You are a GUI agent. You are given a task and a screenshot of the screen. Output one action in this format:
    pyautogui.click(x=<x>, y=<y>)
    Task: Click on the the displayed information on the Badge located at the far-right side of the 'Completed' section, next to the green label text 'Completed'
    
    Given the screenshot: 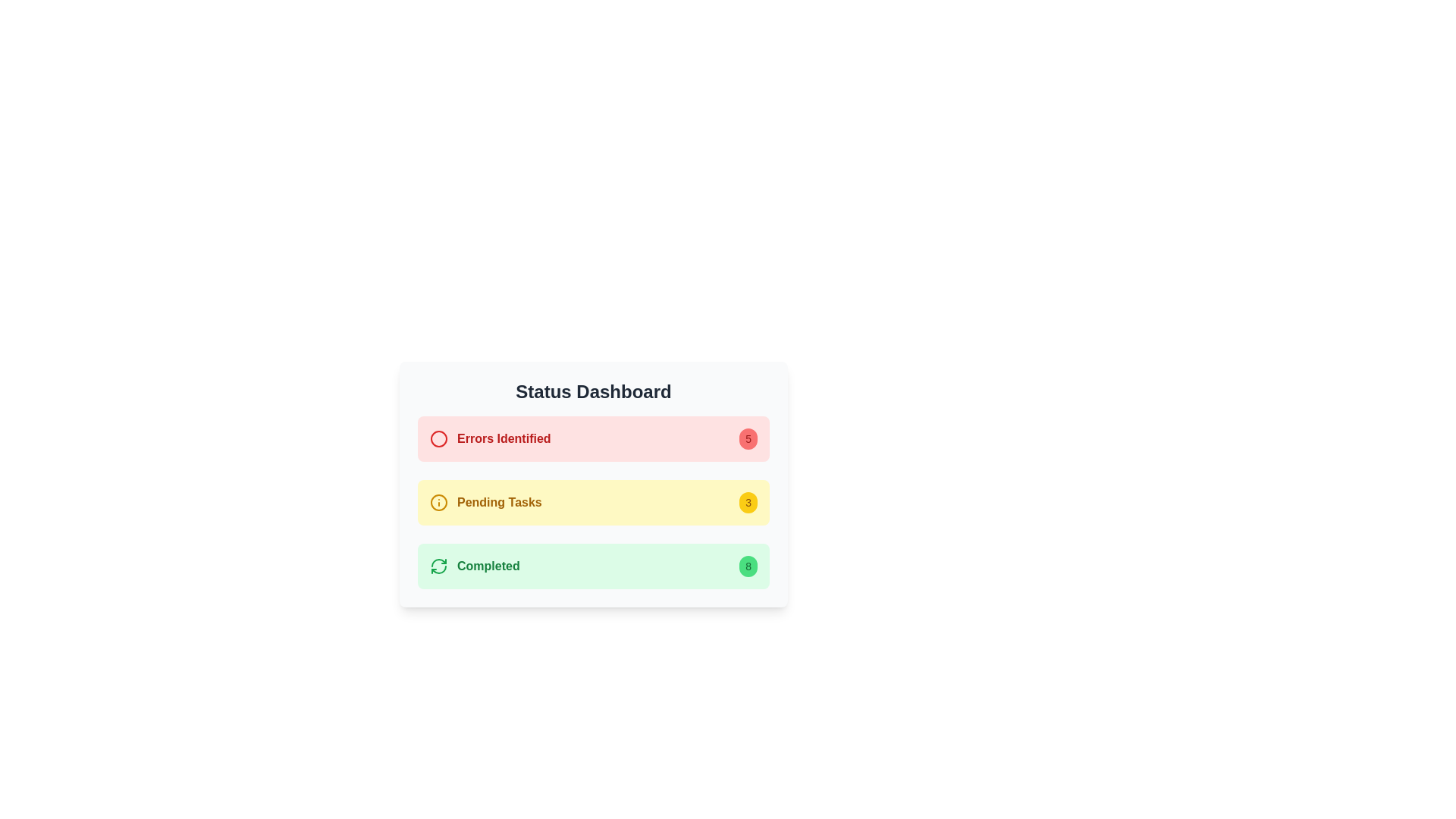 What is the action you would take?
    pyautogui.click(x=748, y=566)
    